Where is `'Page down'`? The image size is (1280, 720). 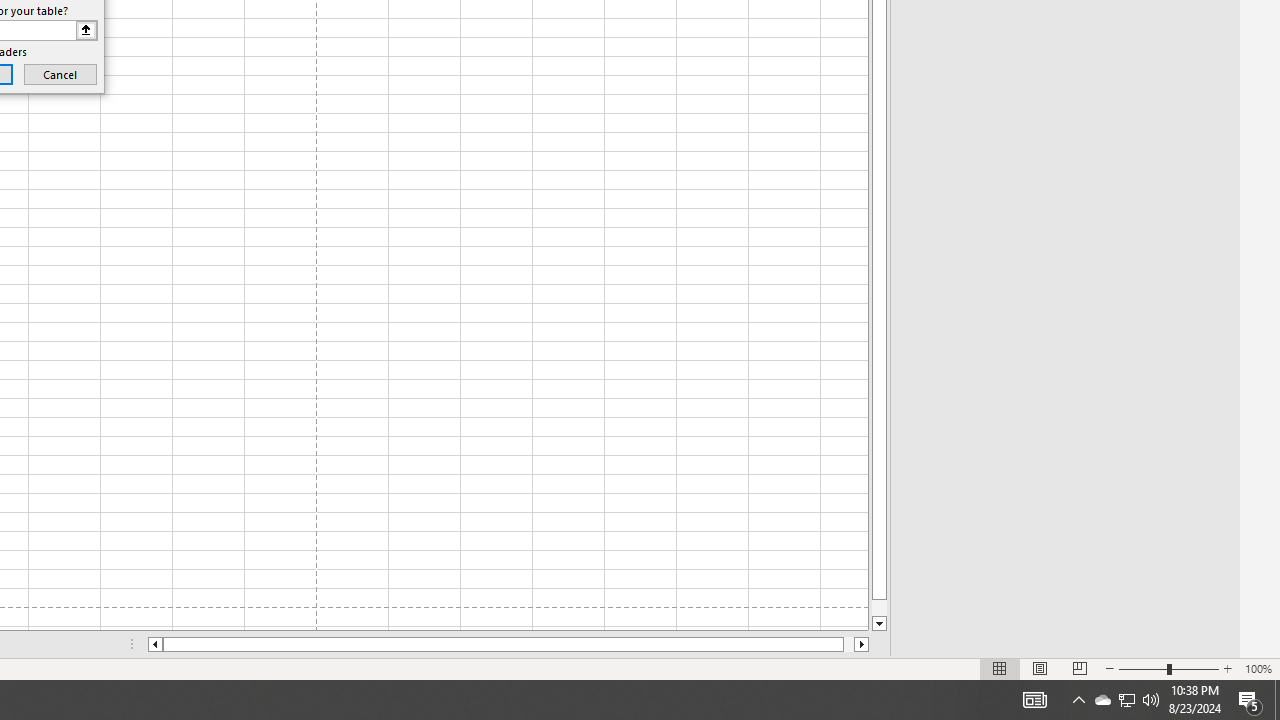
'Page down' is located at coordinates (879, 607).